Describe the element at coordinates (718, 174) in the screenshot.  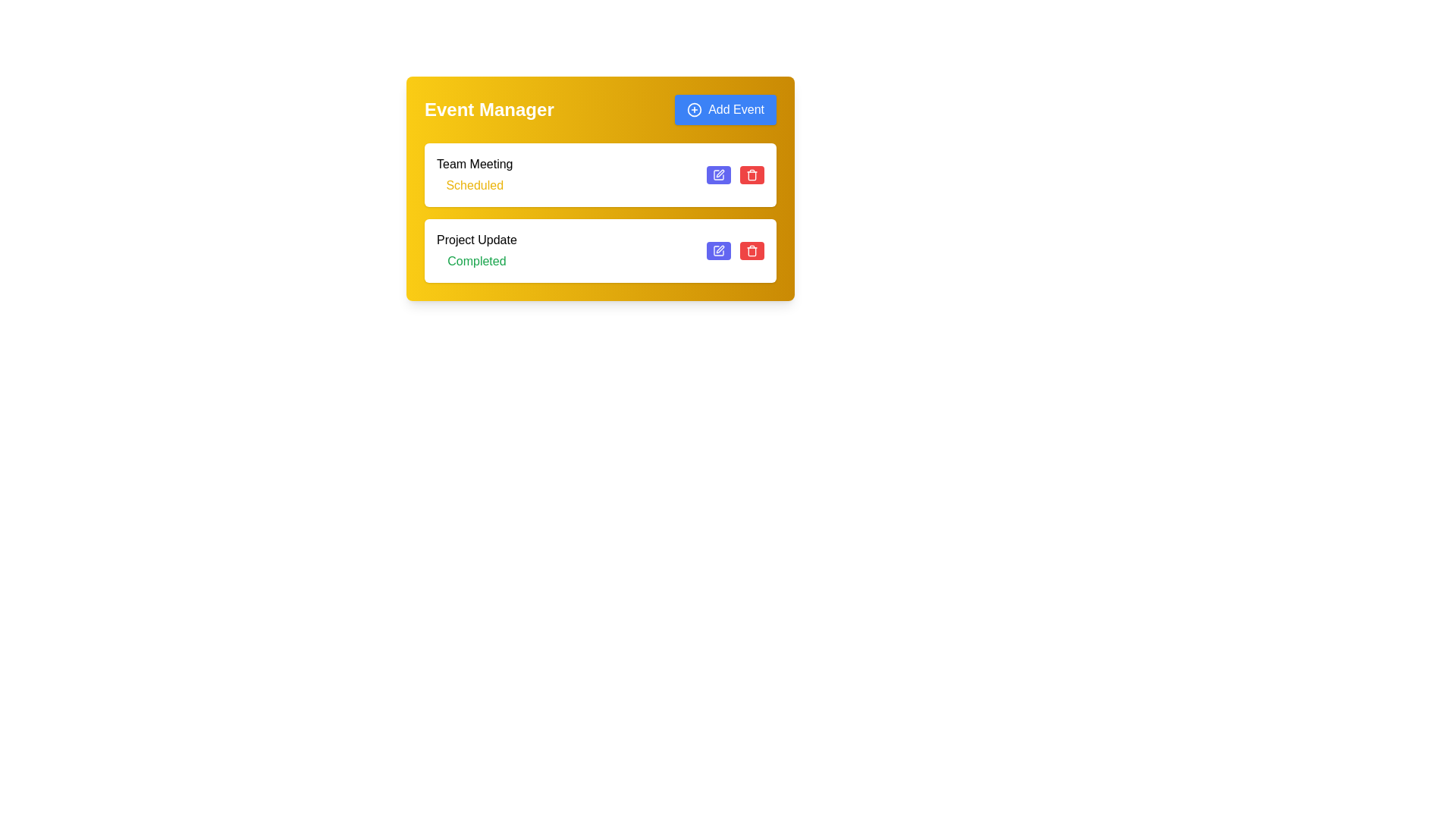
I see `the square-shaped icon button with a pen inside, which is styled with a purple background and positioned to the left of a red trash icon in the 'Project Update' list item` at that location.